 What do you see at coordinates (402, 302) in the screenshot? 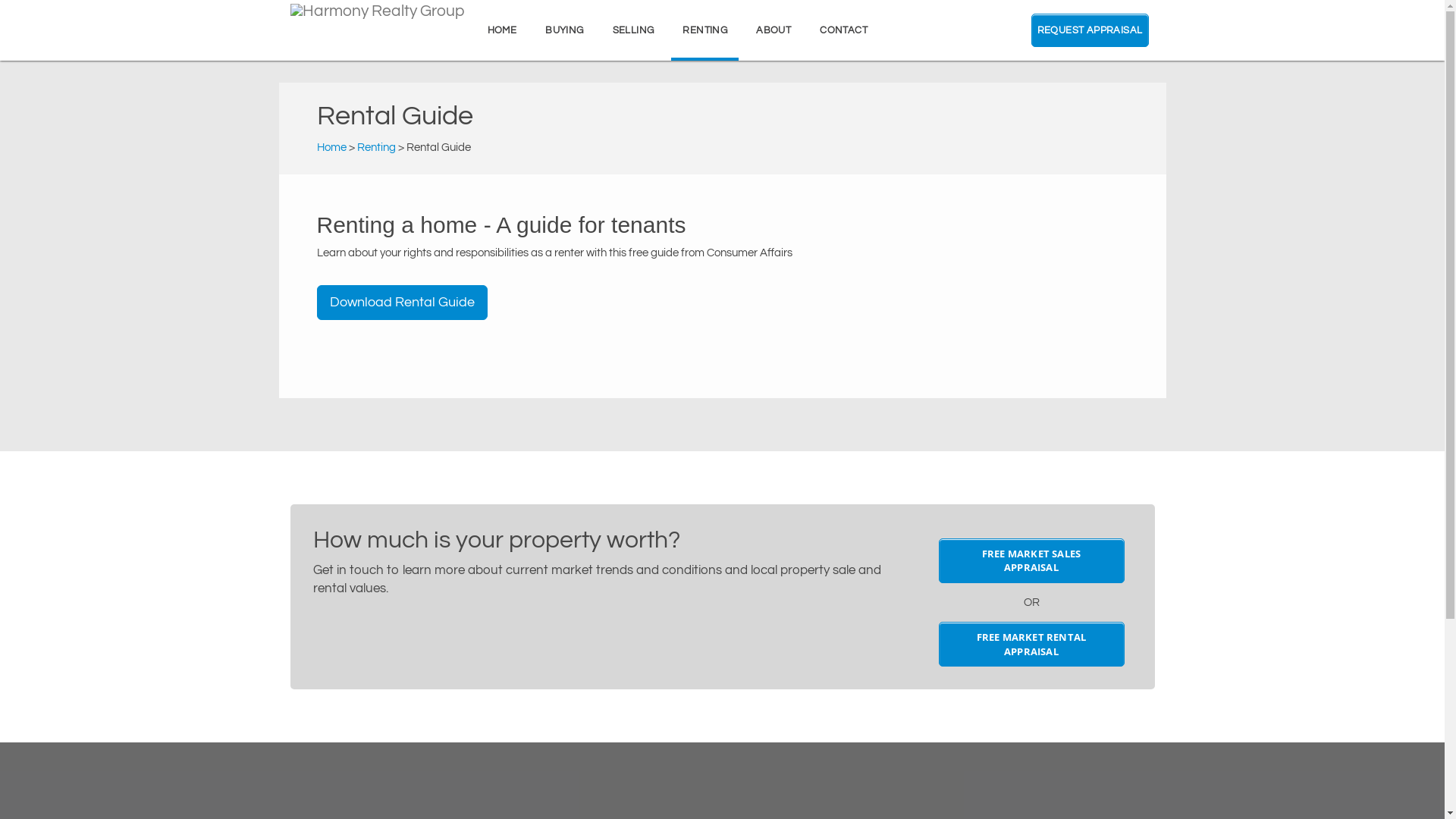
I see `'Download Rental Guide'` at bounding box center [402, 302].